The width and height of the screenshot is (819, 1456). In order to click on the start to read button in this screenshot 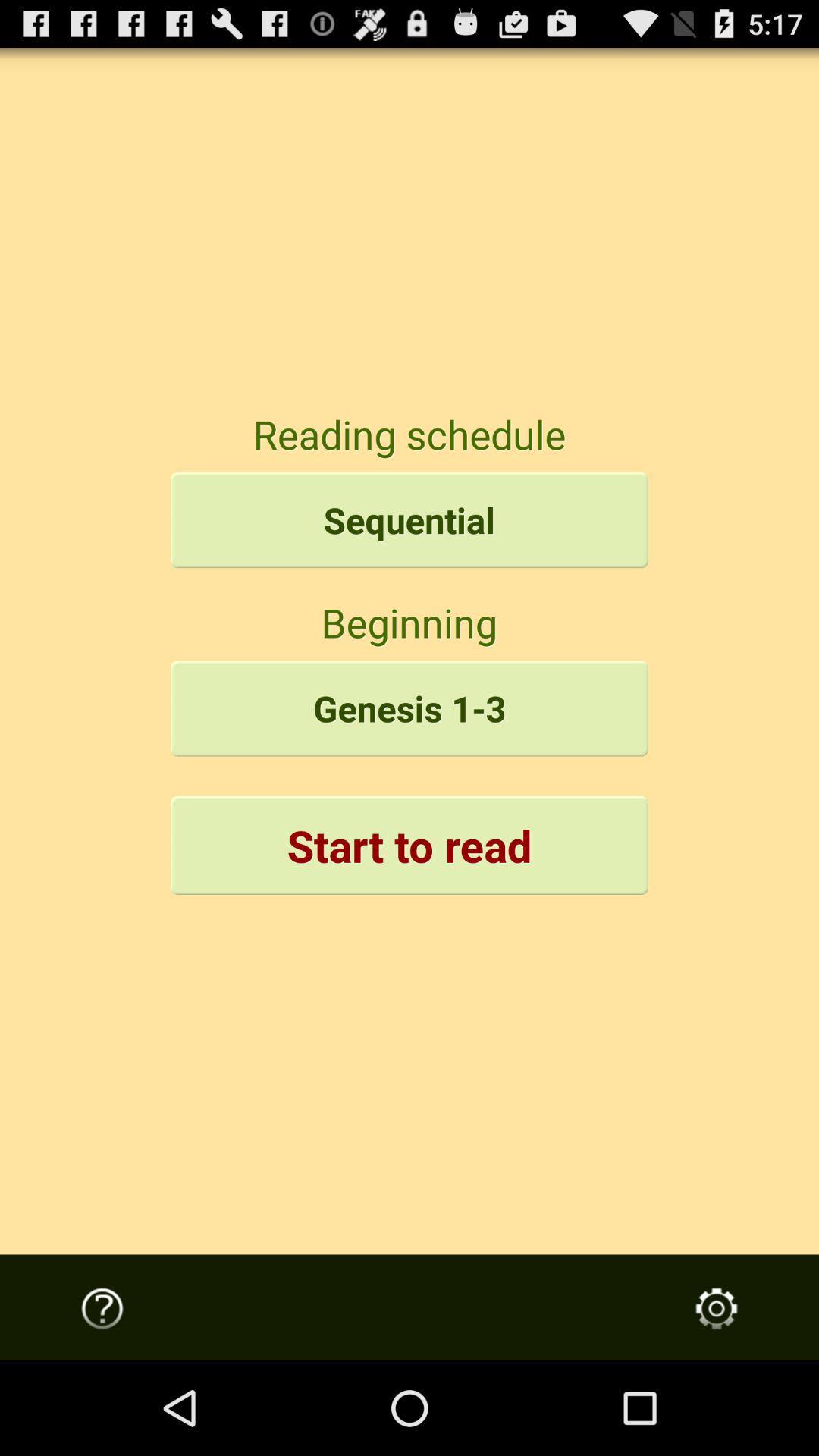, I will do `click(409, 844)`.